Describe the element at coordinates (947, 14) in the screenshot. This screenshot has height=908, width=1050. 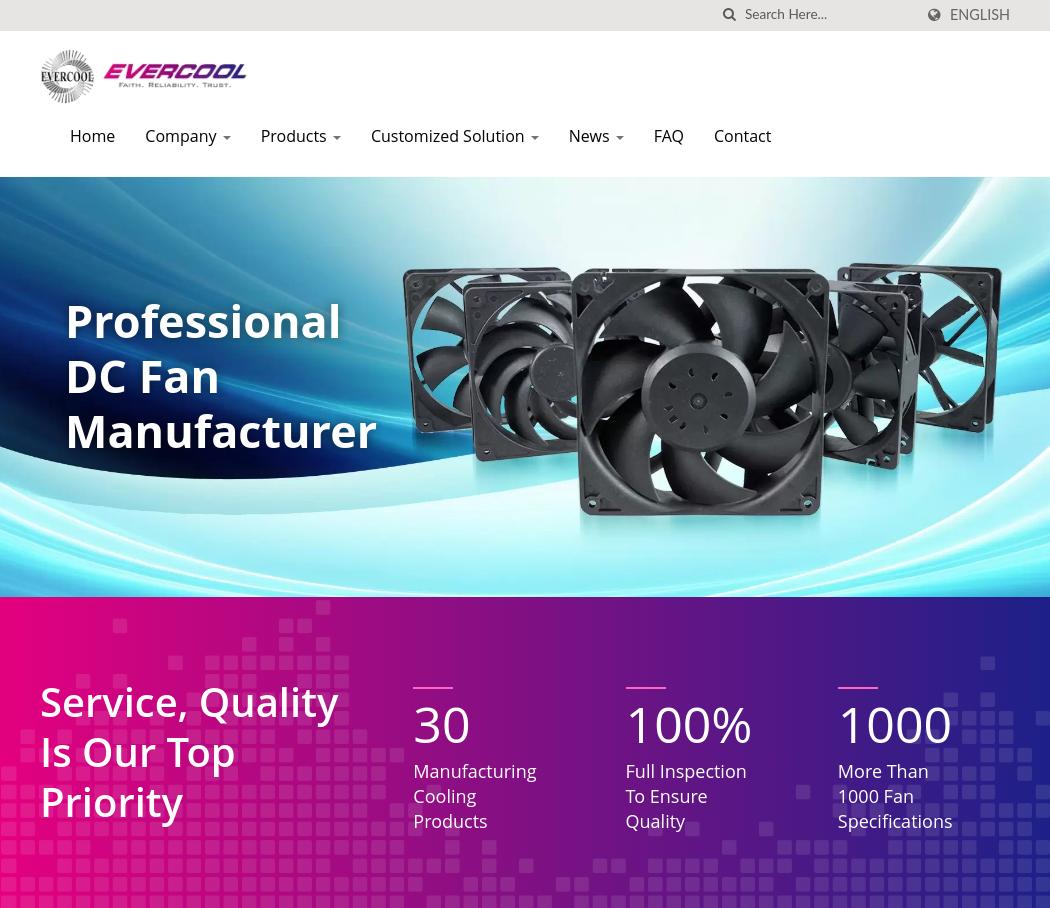
I see `'English'` at that location.